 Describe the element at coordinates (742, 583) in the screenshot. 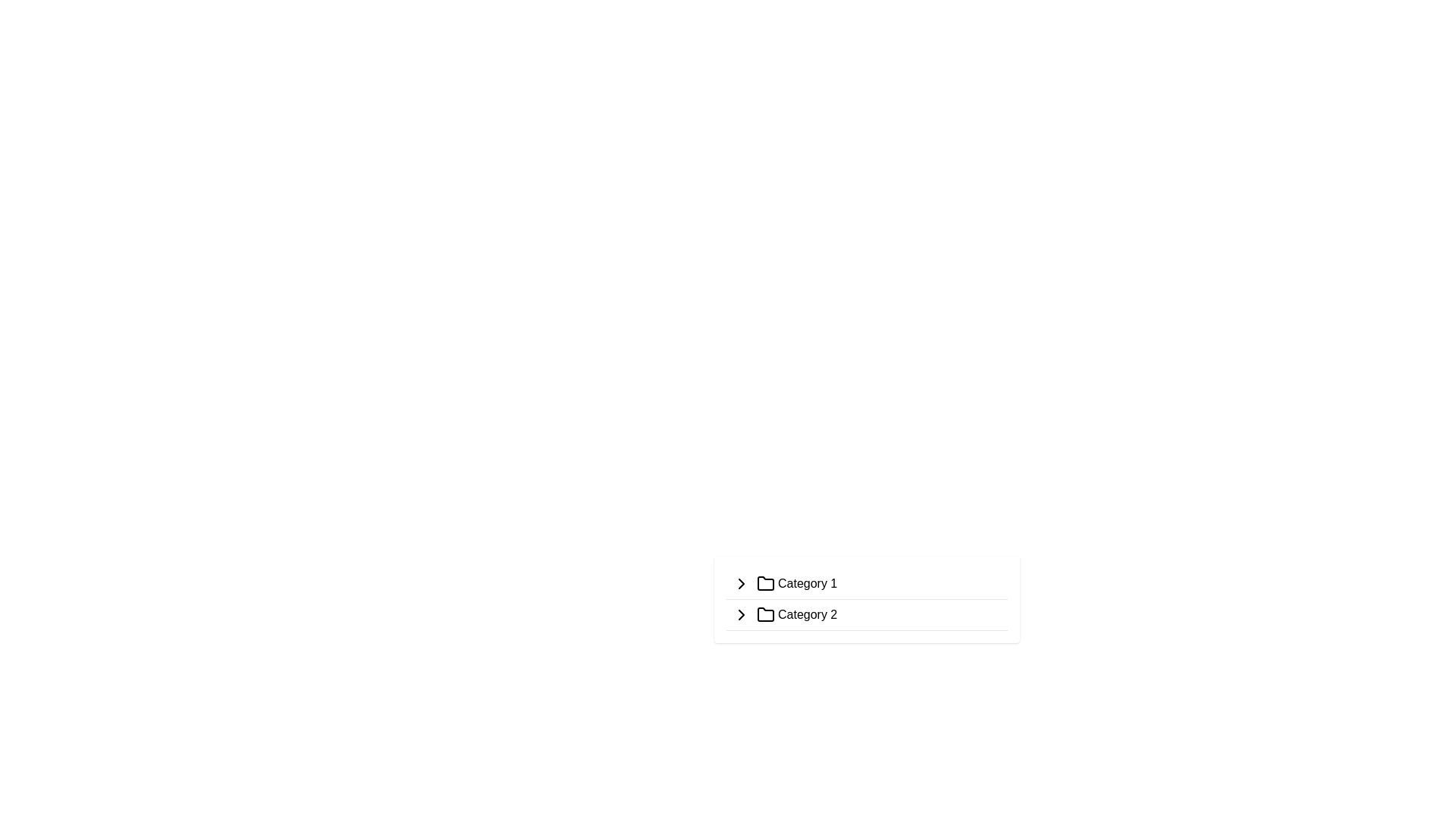

I see `the right-facing chevron icon located to the left of the folder icon and the text 'Category 1'` at that location.